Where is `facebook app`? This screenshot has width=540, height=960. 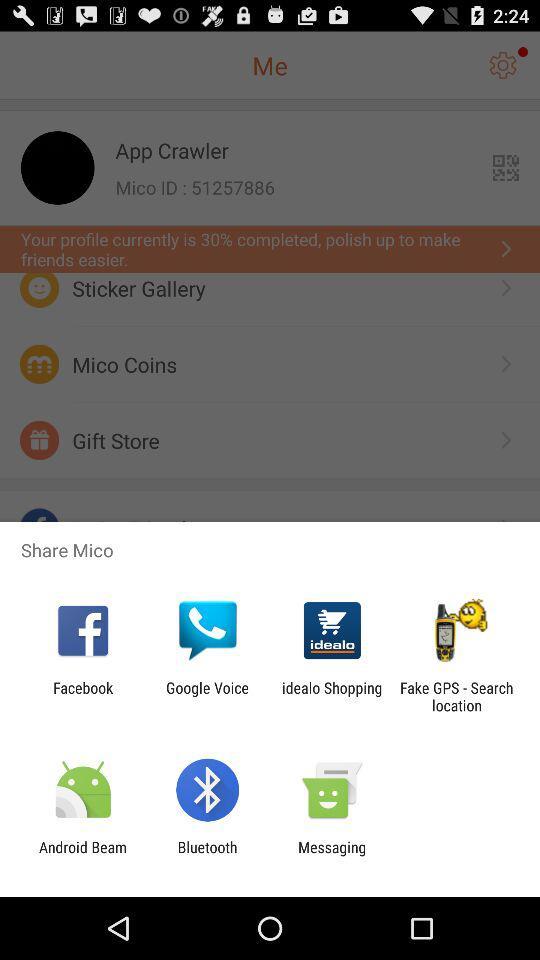
facebook app is located at coordinates (82, 696).